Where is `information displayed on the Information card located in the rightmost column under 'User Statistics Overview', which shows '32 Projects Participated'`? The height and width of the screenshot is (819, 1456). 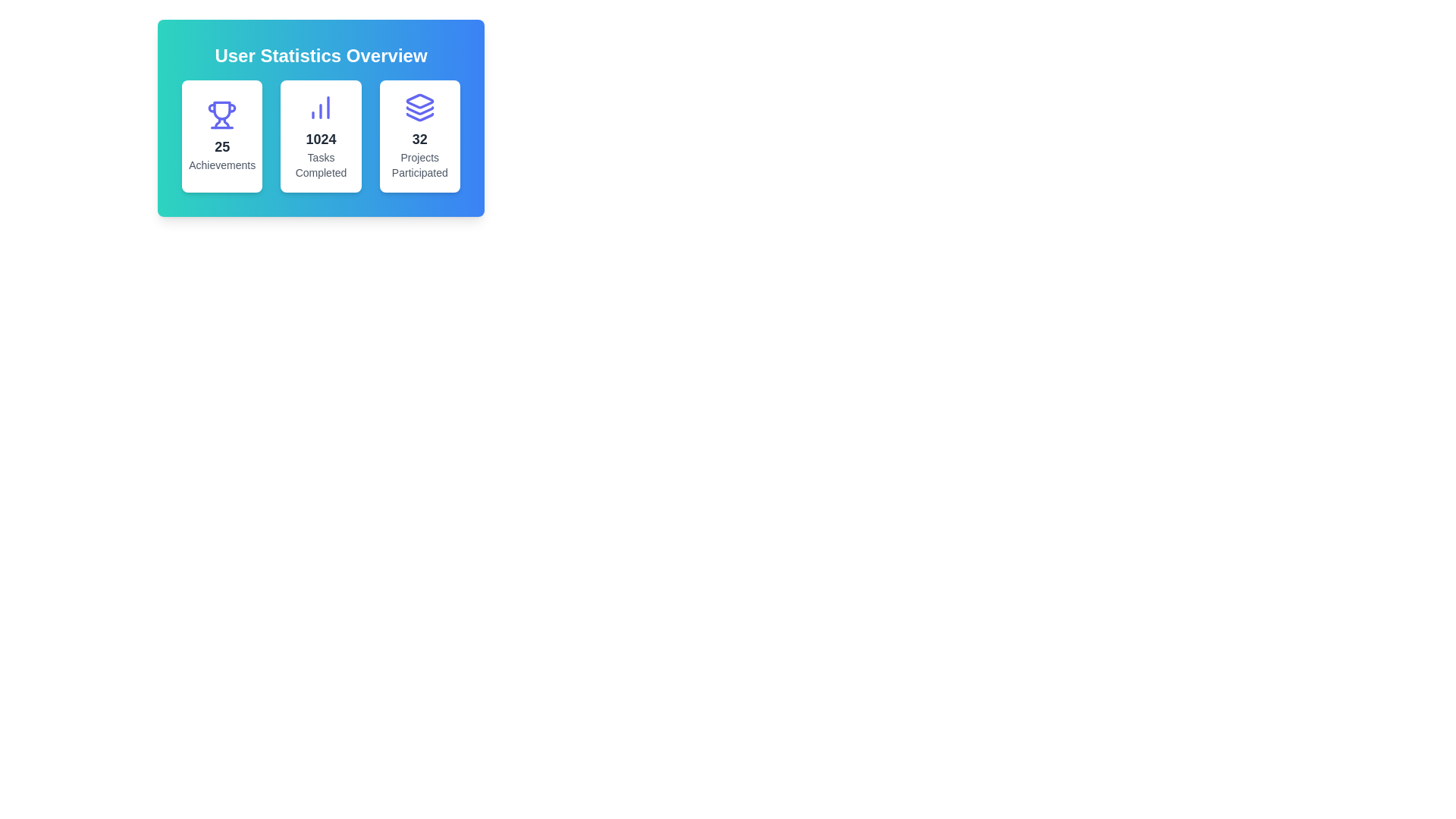 information displayed on the Information card located in the rightmost column under 'User Statistics Overview', which shows '32 Projects Participated' is located at coordinates (419, 136).